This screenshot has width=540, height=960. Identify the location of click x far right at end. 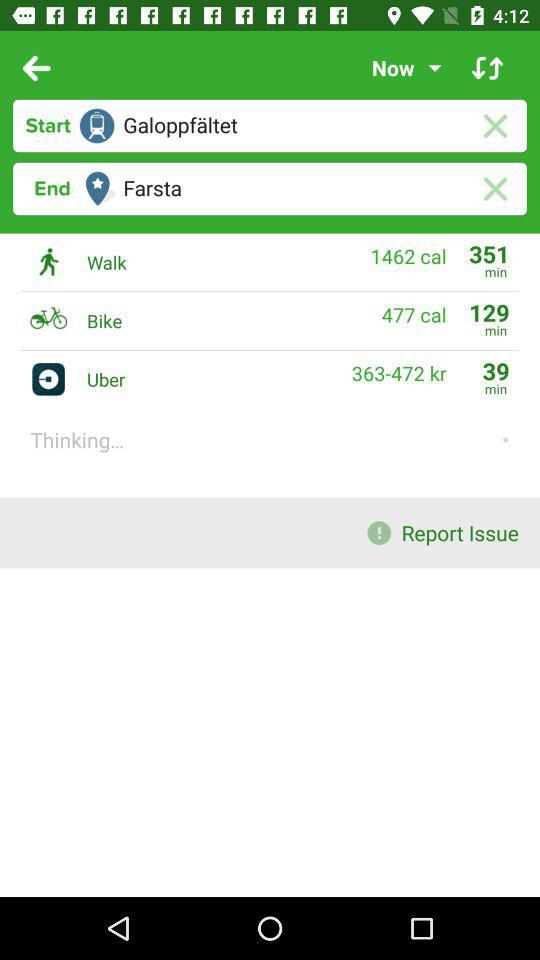
(494, 189).